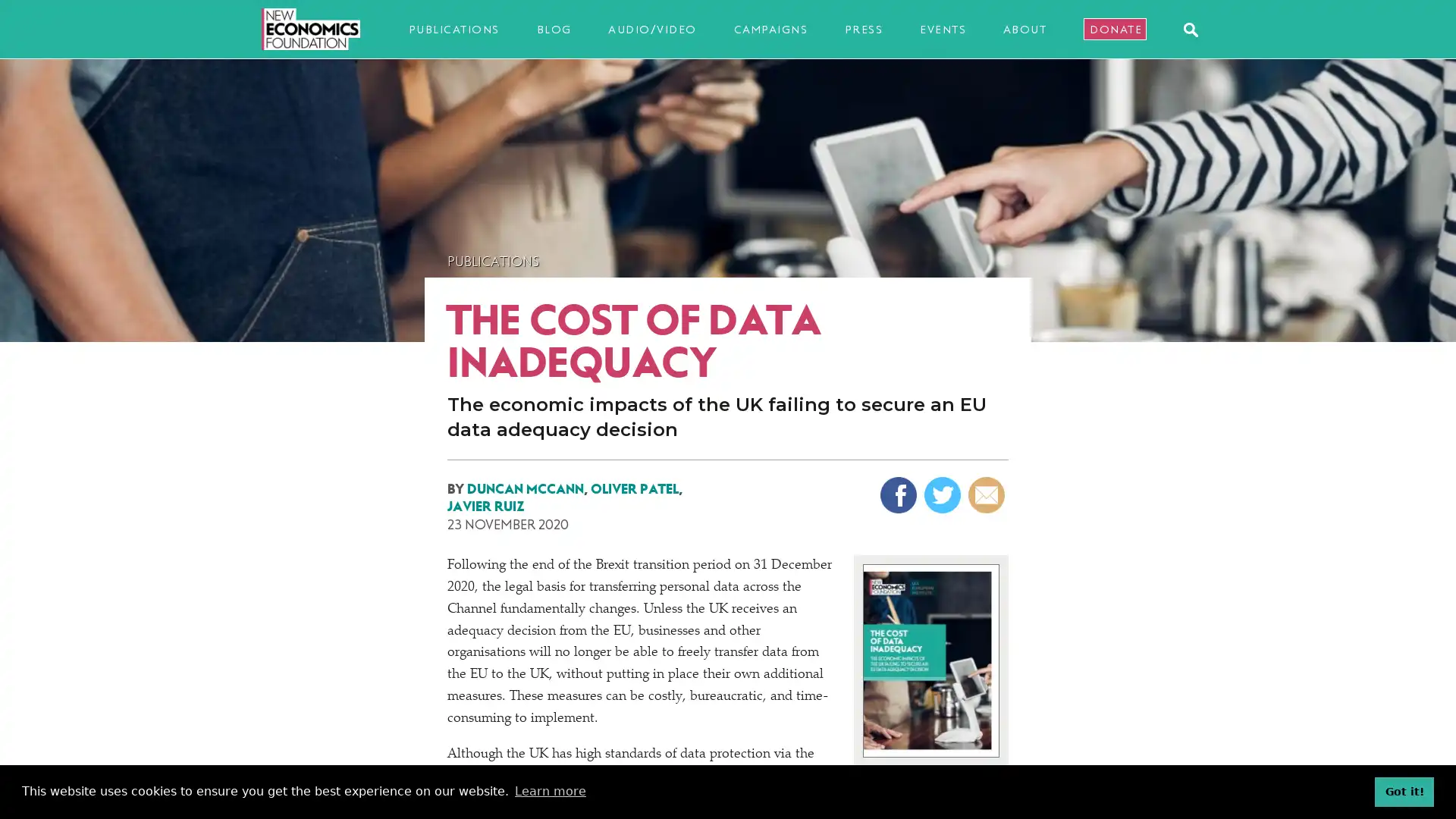  Describe the element at coordinates (549, 791) in the screenshot. I see `learn more about cookies` at that location.